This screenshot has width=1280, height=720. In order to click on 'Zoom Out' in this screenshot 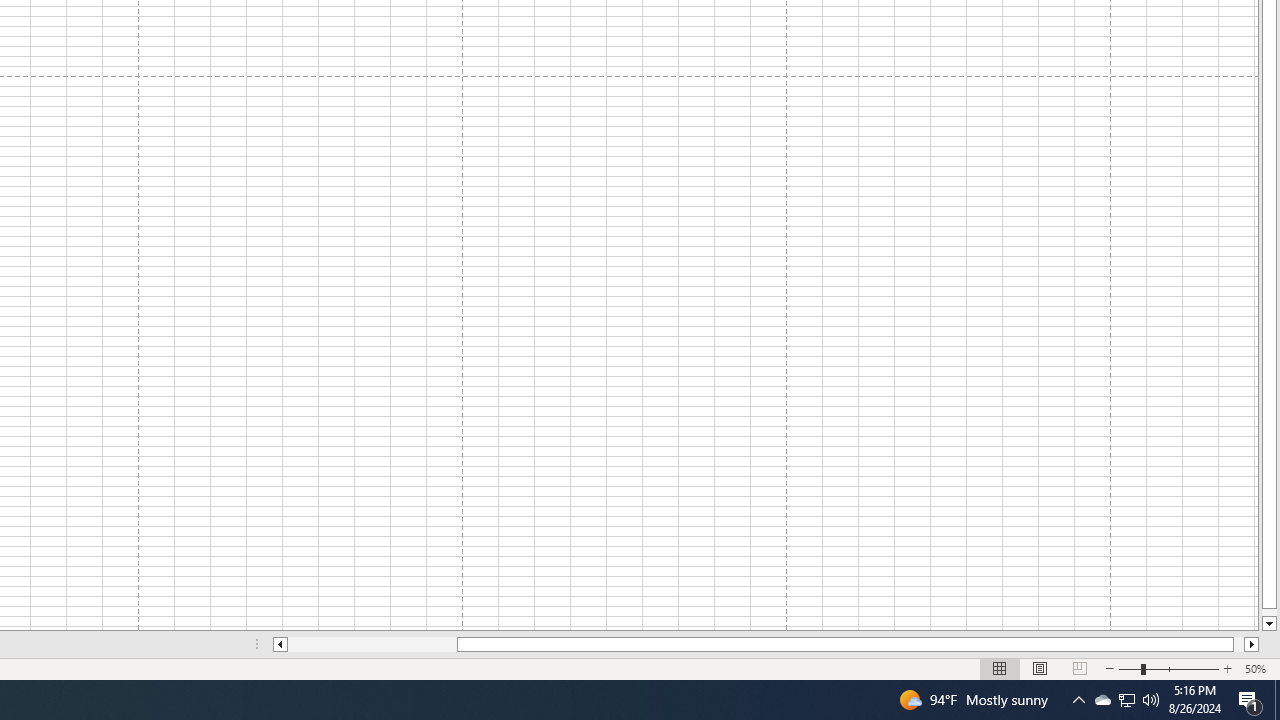, I will do `click(1129, 669)`.